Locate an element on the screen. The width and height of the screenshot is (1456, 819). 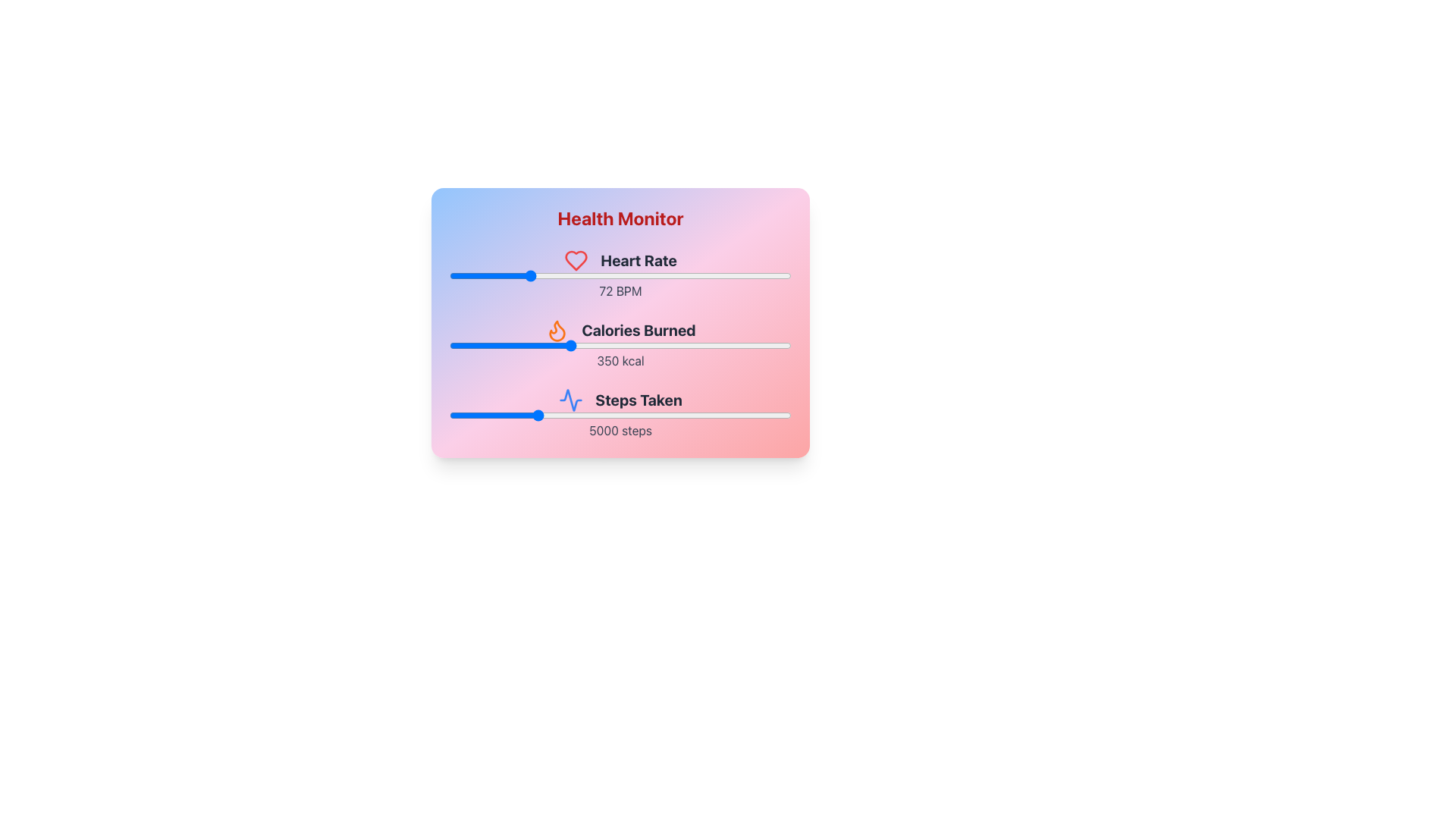
the 'Heart Rate' informational display element, which shows a red heart icon and the value '72 BPM' in gray text, located under the 'Health Monitor' heading is located at coordinates (620, 275).